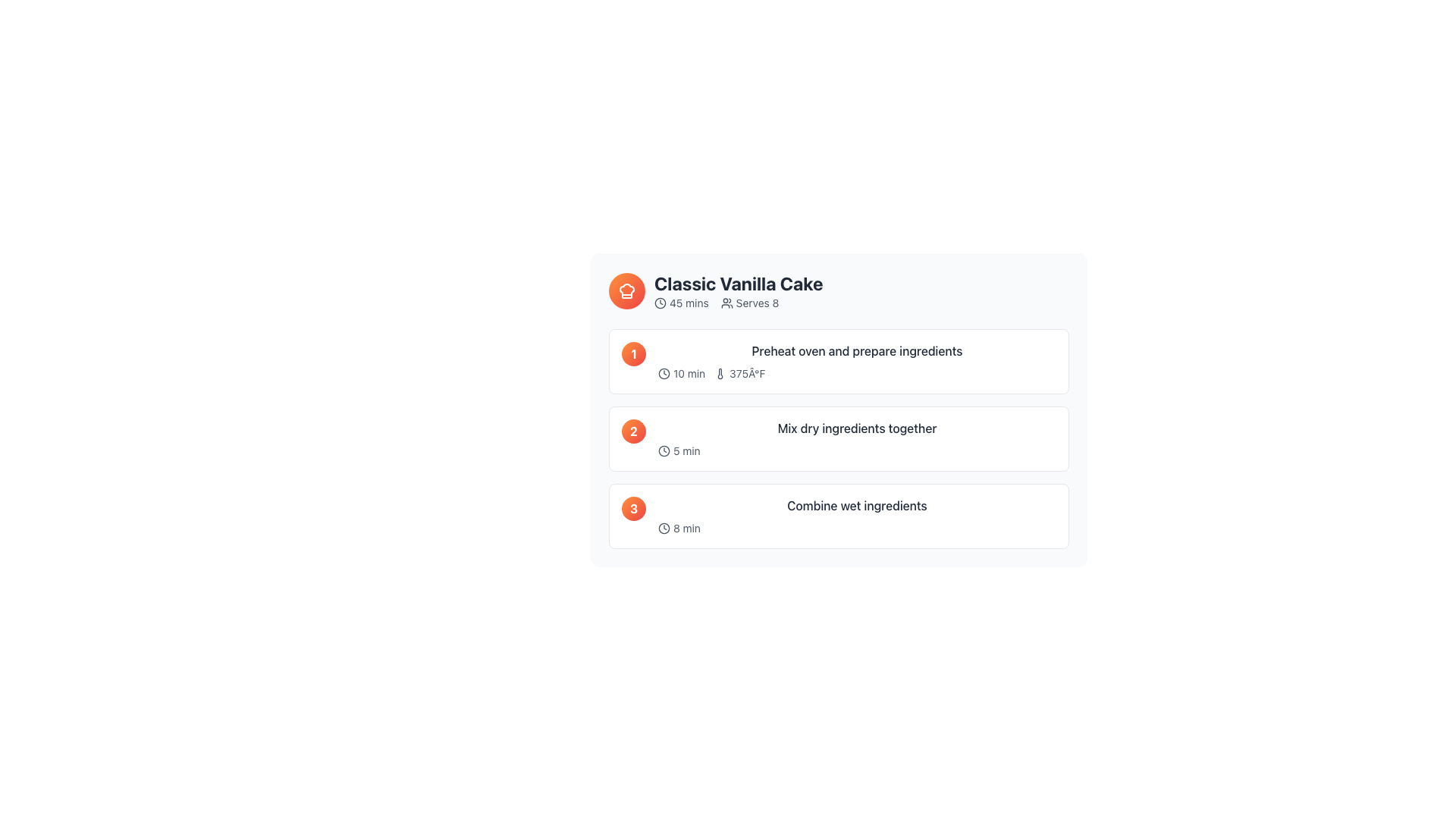 This screenshot has width=1456, height=819. Describe the element at coordinates (749, 303) in the screenshot. I see `the informational label for the recipe that shows 'Serves 8' with a group of people icon, located after the prep time indicator '45 mins' and near the title 'Classic Vanilla Cake'` at that location.